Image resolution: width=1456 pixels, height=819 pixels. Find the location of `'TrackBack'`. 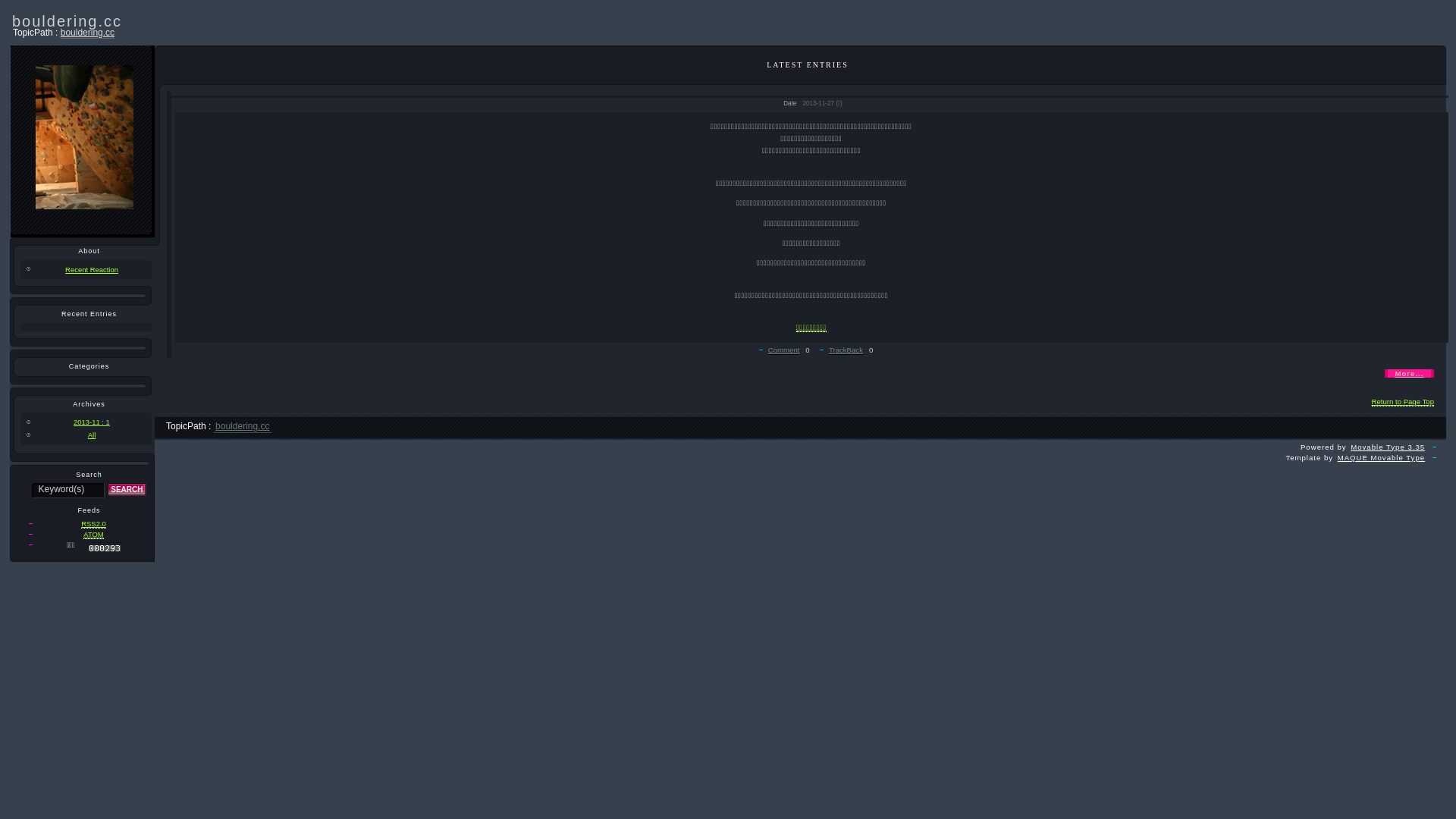

'TrackBack' is located at coordinates (845, 350).